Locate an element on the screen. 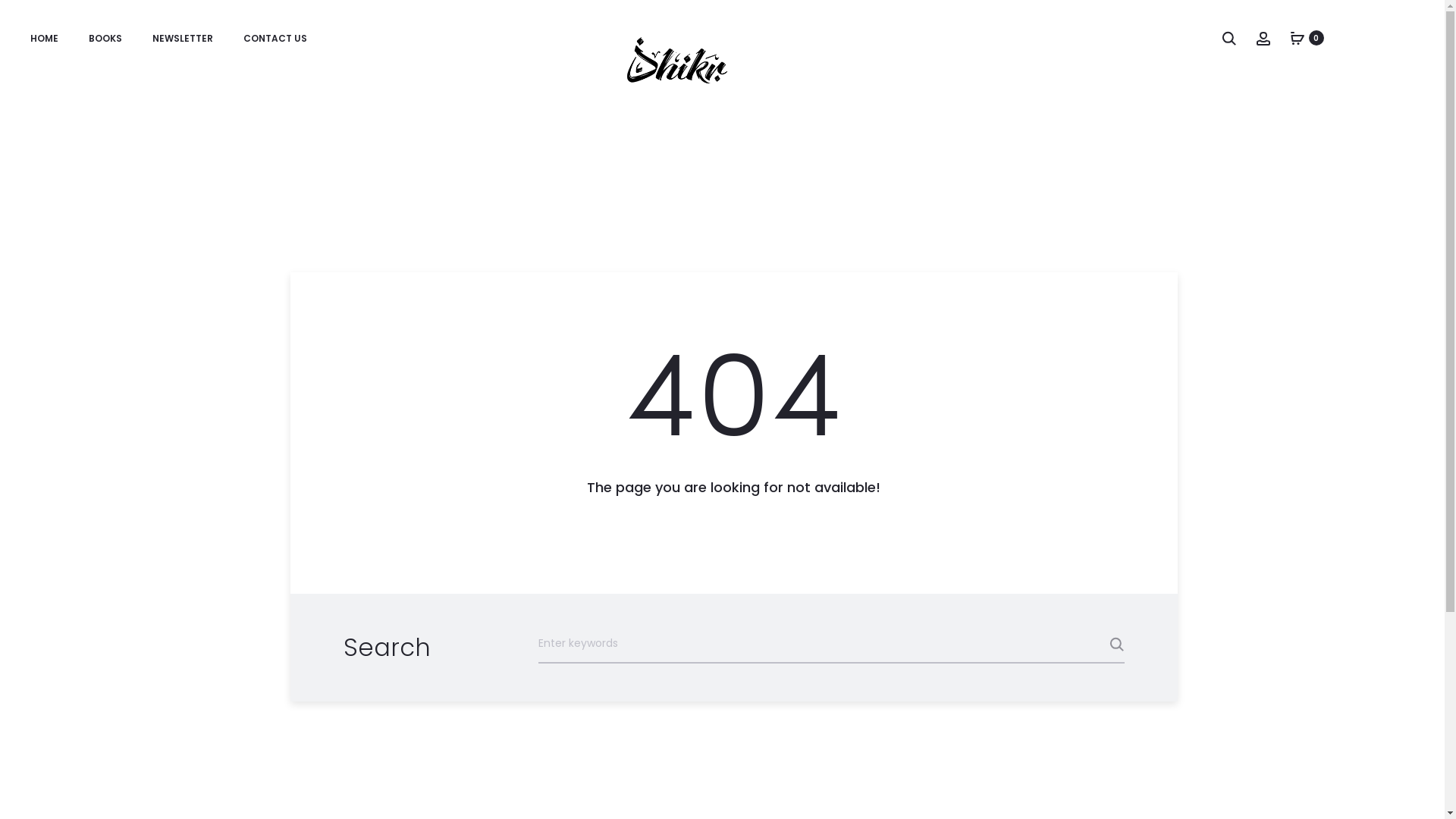  '0' is located at coordinates (1296, 37).